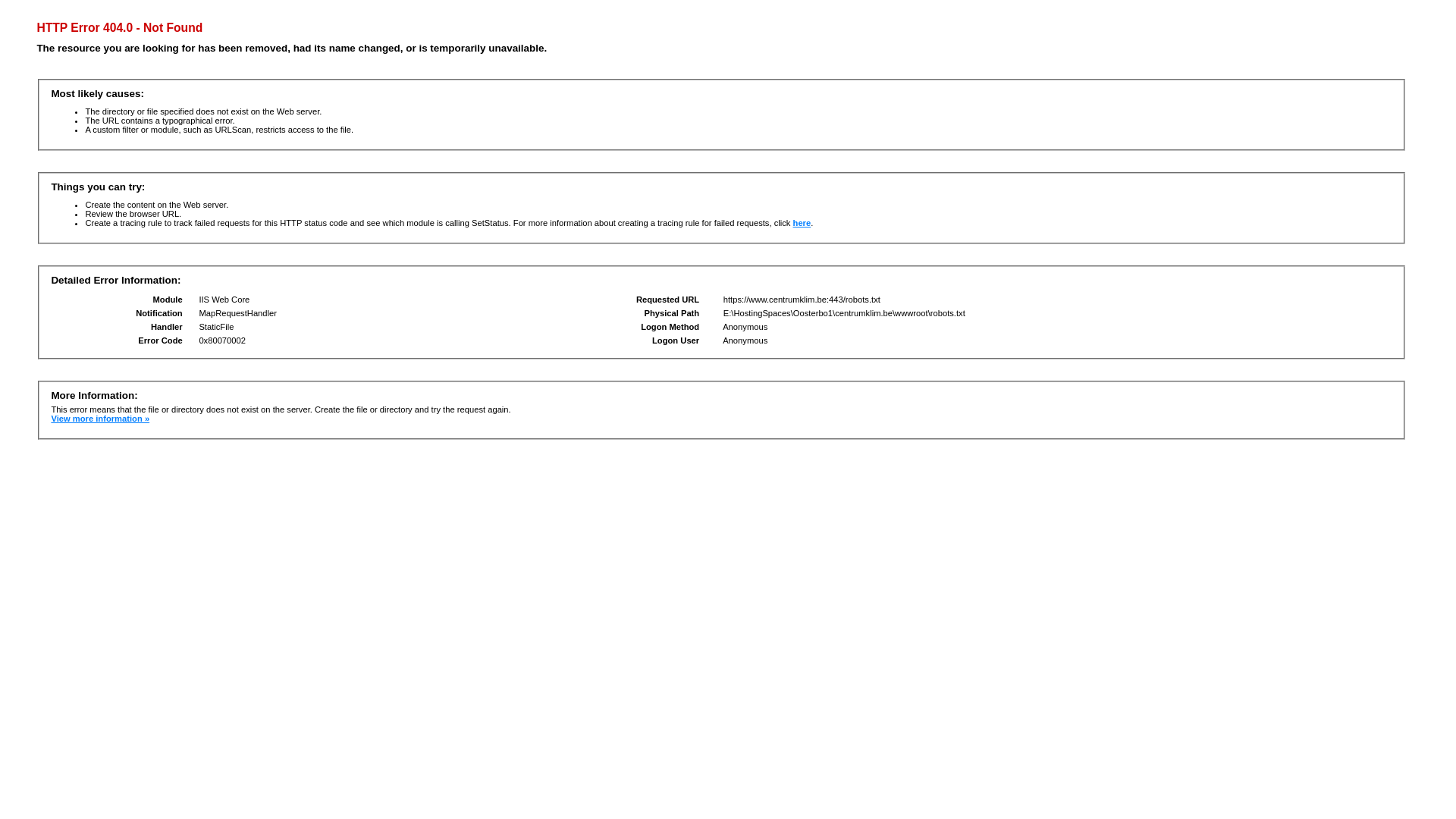  Describe the element at coordinates (792, 222) in the screenshot. I see `'here'` at that location.